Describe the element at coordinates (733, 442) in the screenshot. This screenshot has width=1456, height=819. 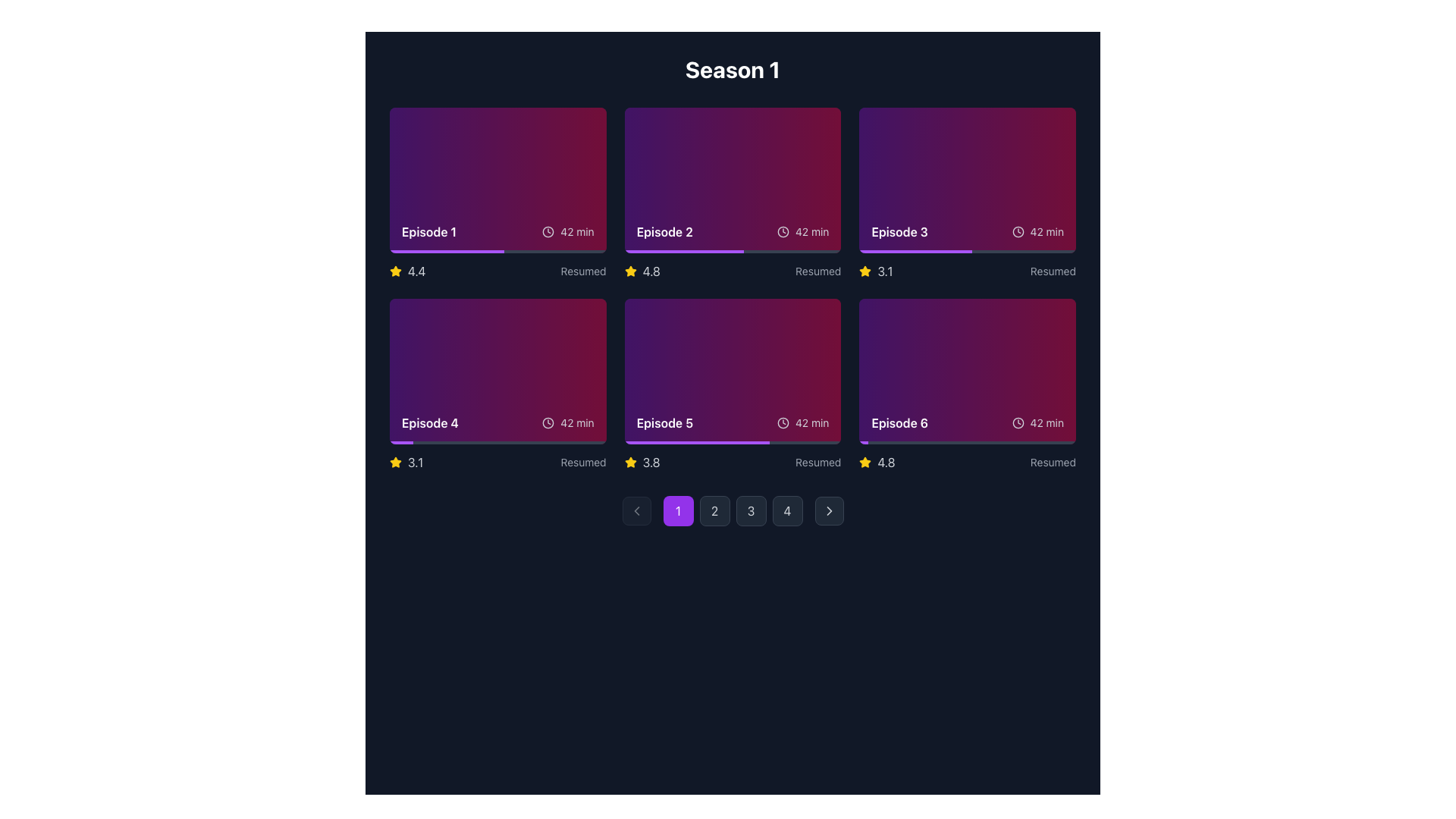
I see `the Progress bar located at the bottom of the fifth card in the second row labeled 'Episode 5' to visually indicate playback progress` at that location.